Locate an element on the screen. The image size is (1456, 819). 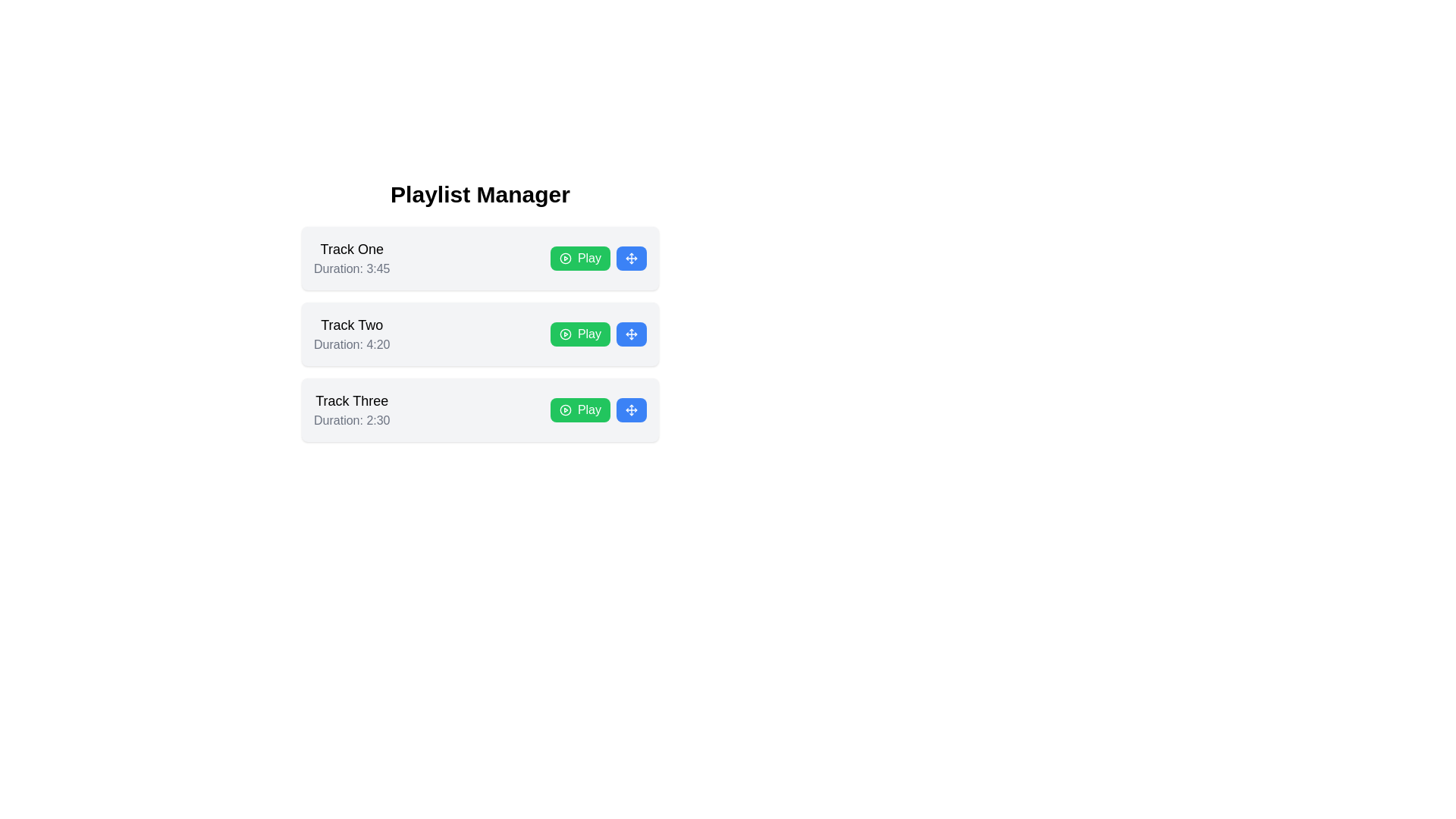
the icon button resembling four directional arrows, located beside the 'Play' button for 'Track Two' is located at coordinates (632, 333).